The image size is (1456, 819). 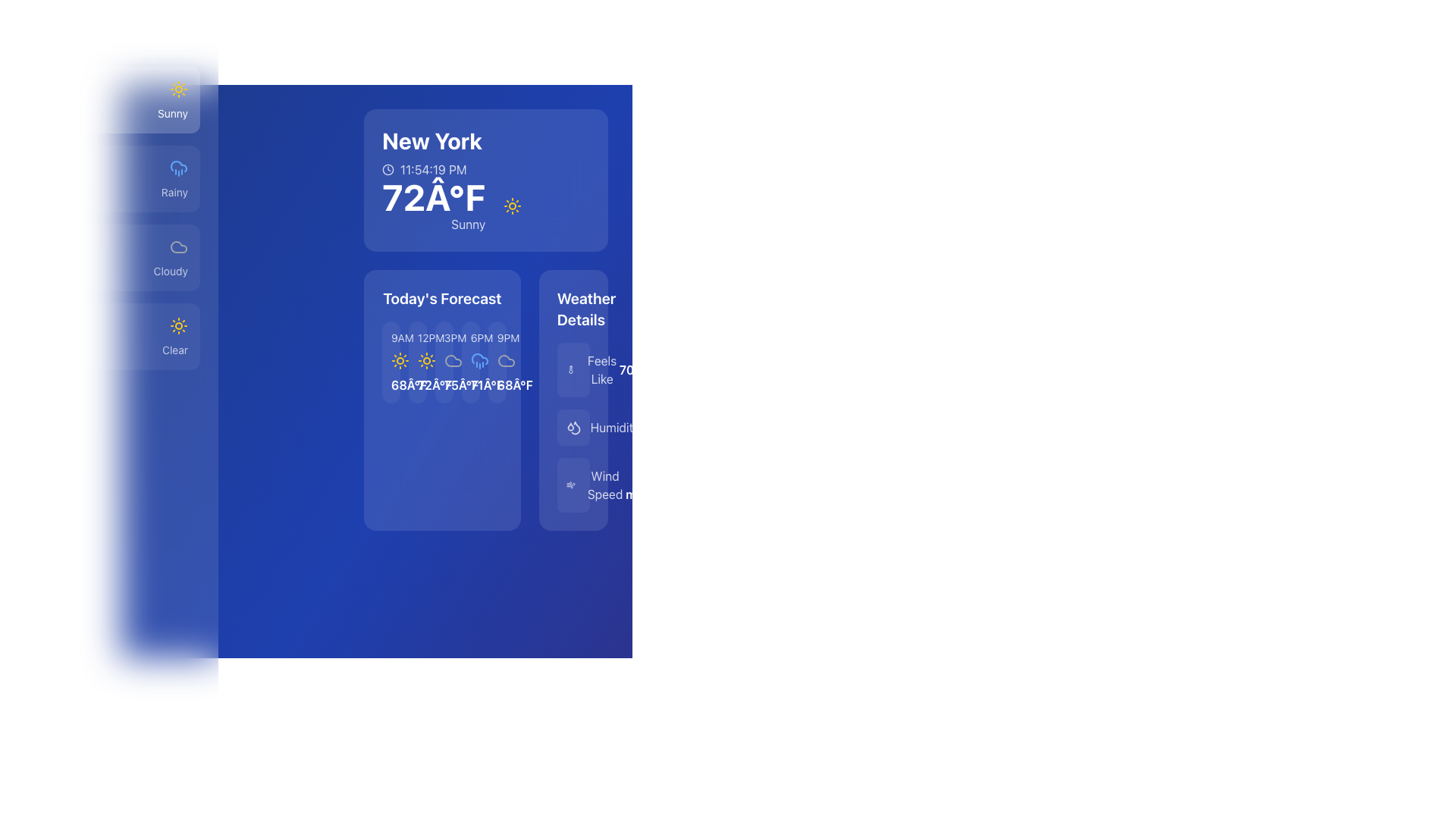 I want to click on the text label indicating the perceived temperature in the Weather Details section of the interface, so click(x=591, y=370).